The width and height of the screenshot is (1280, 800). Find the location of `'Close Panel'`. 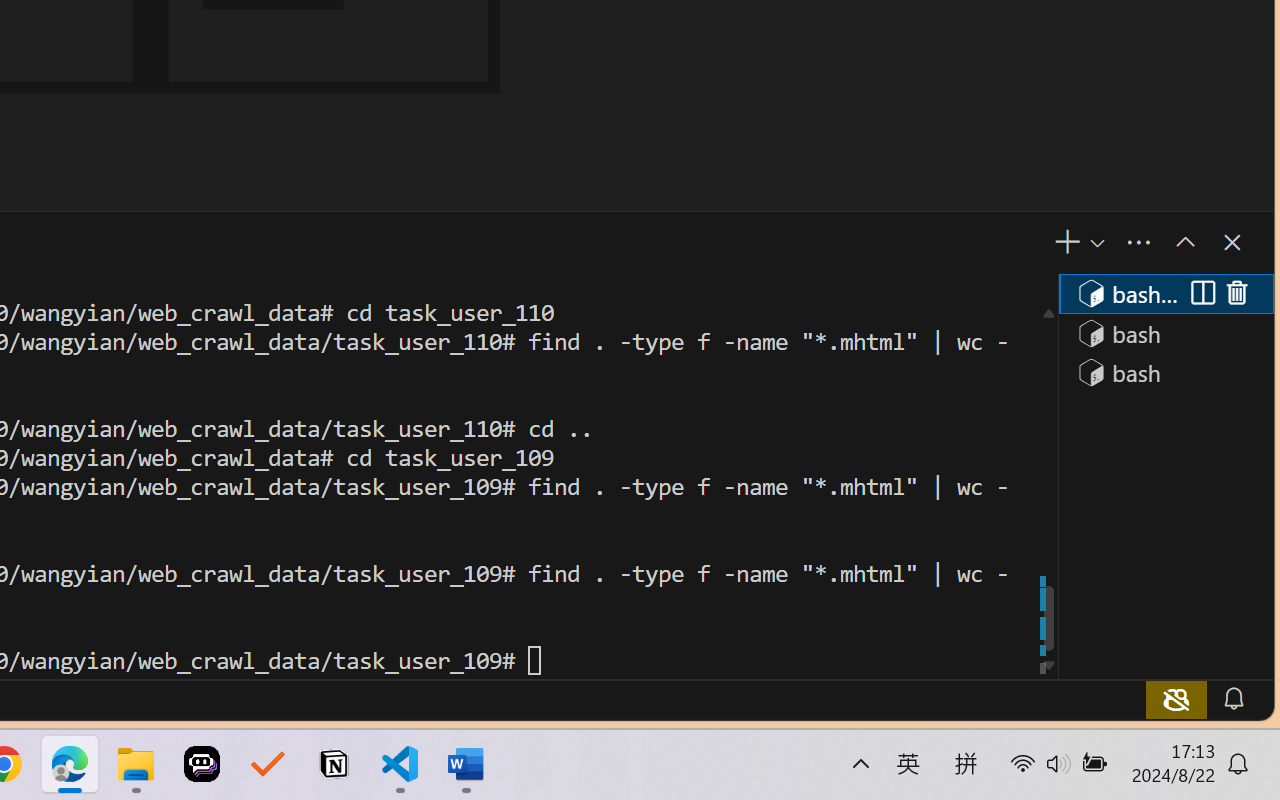

'Close Panel' is located at coordinates (1229, 241).